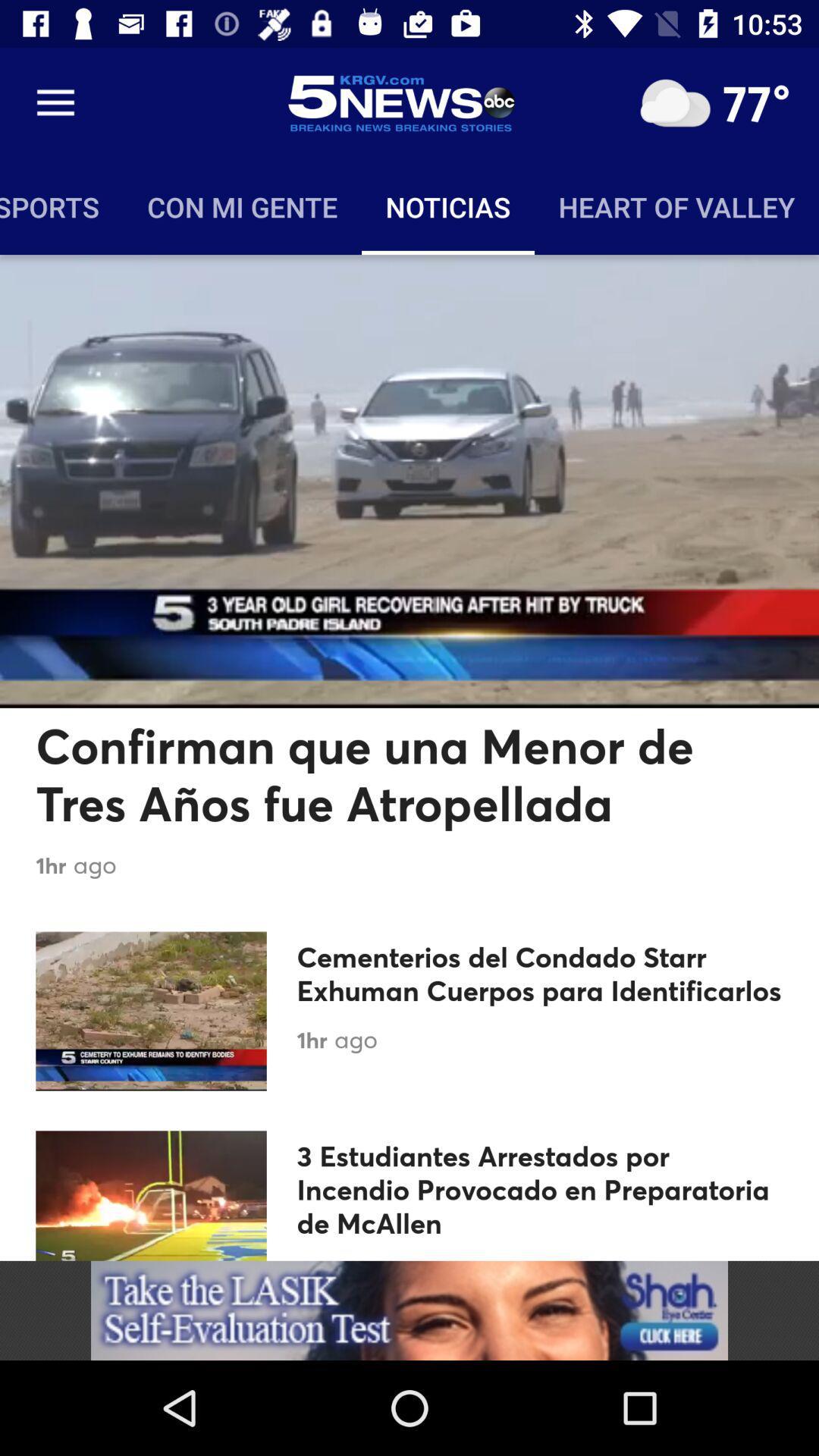 Image resolution: width=819 pixels, height=1456 pixels. I want to click on click for weather, so click(674, 102).